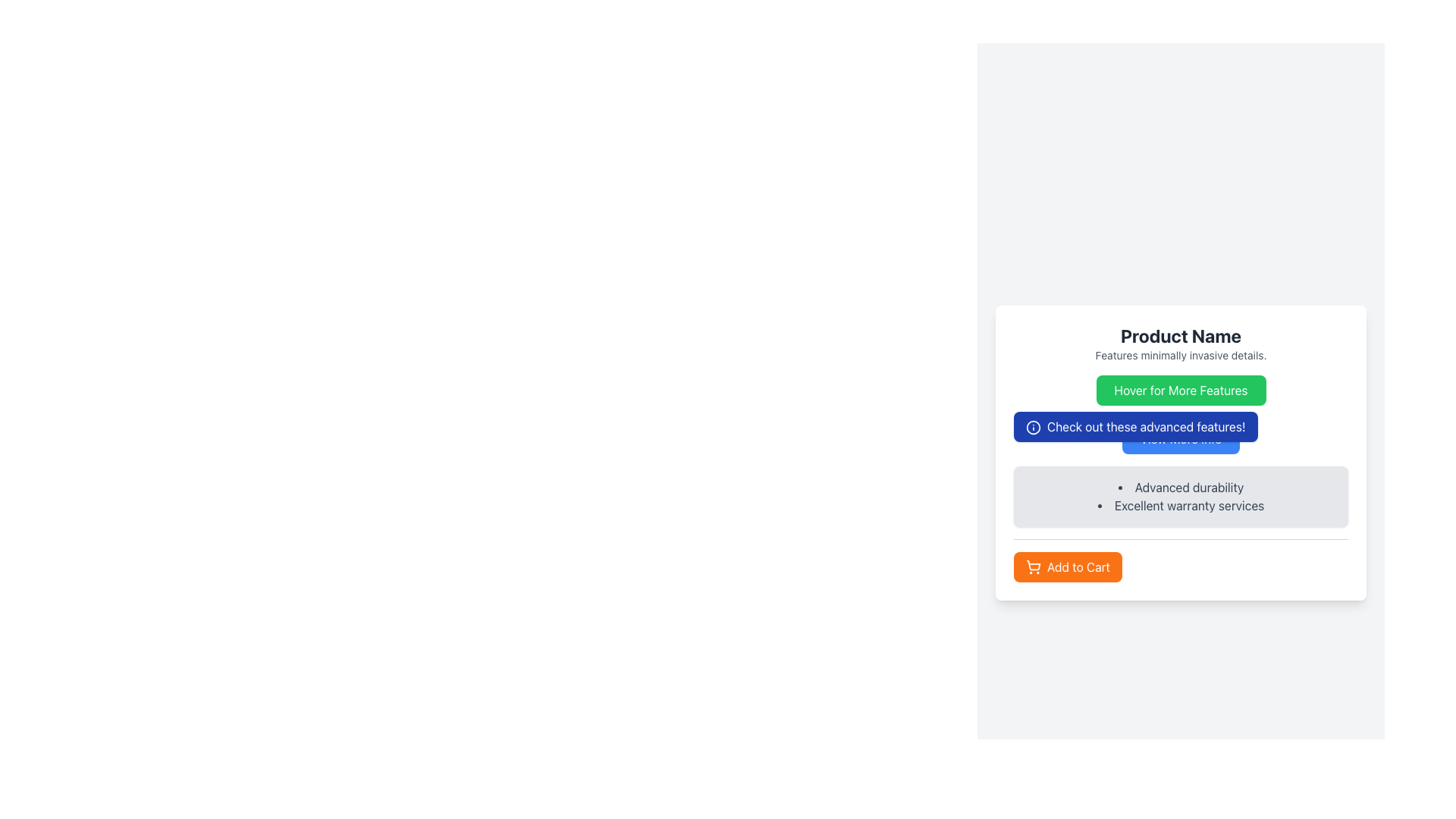 This screenshot has height=819, width=1456. I want to click on the prominent green button labeled 'Hover for More Features', so click(1180, 389).